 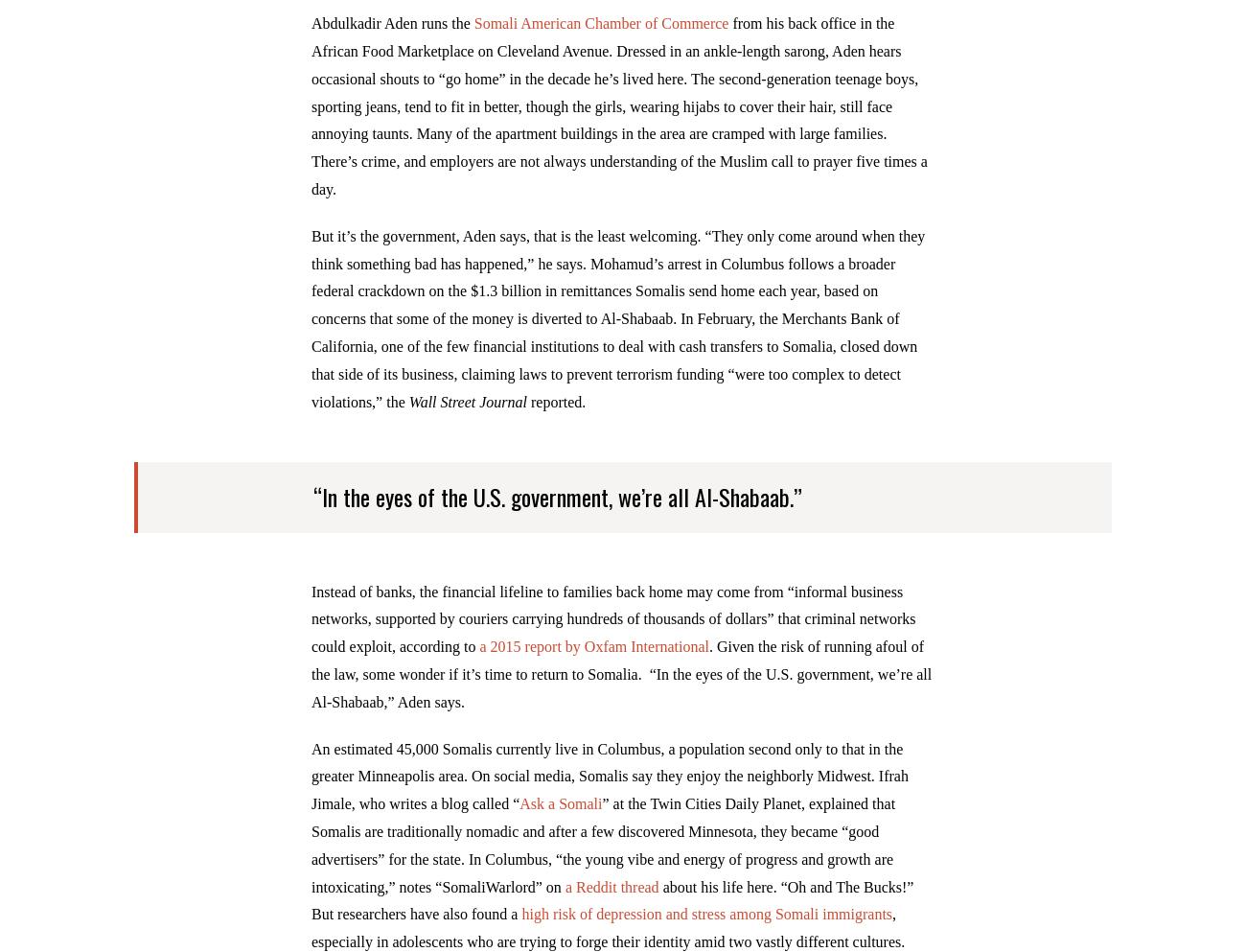 What do you see at coordinates (618, 331) in the screenshot?
I see `'But it’s the government, Aden says, that is the least welcoming. “They only come around when they think something bad has happened,” he says. Mohamud’s arrest in Columbus follows a broader federal crackdown on the $1.3 billion in remittances Somalis send home each year, based on concerns that some of the money is diverted to Al-Shabaab. In February, the Merchants Bank of California, one of the few financial institutions to deal with cash transfers to Somalia, closed down that side of its business, claiming laws to prevent terrorism funding “were too complex to detect violations,” the'` at bounding box center [618, 331].